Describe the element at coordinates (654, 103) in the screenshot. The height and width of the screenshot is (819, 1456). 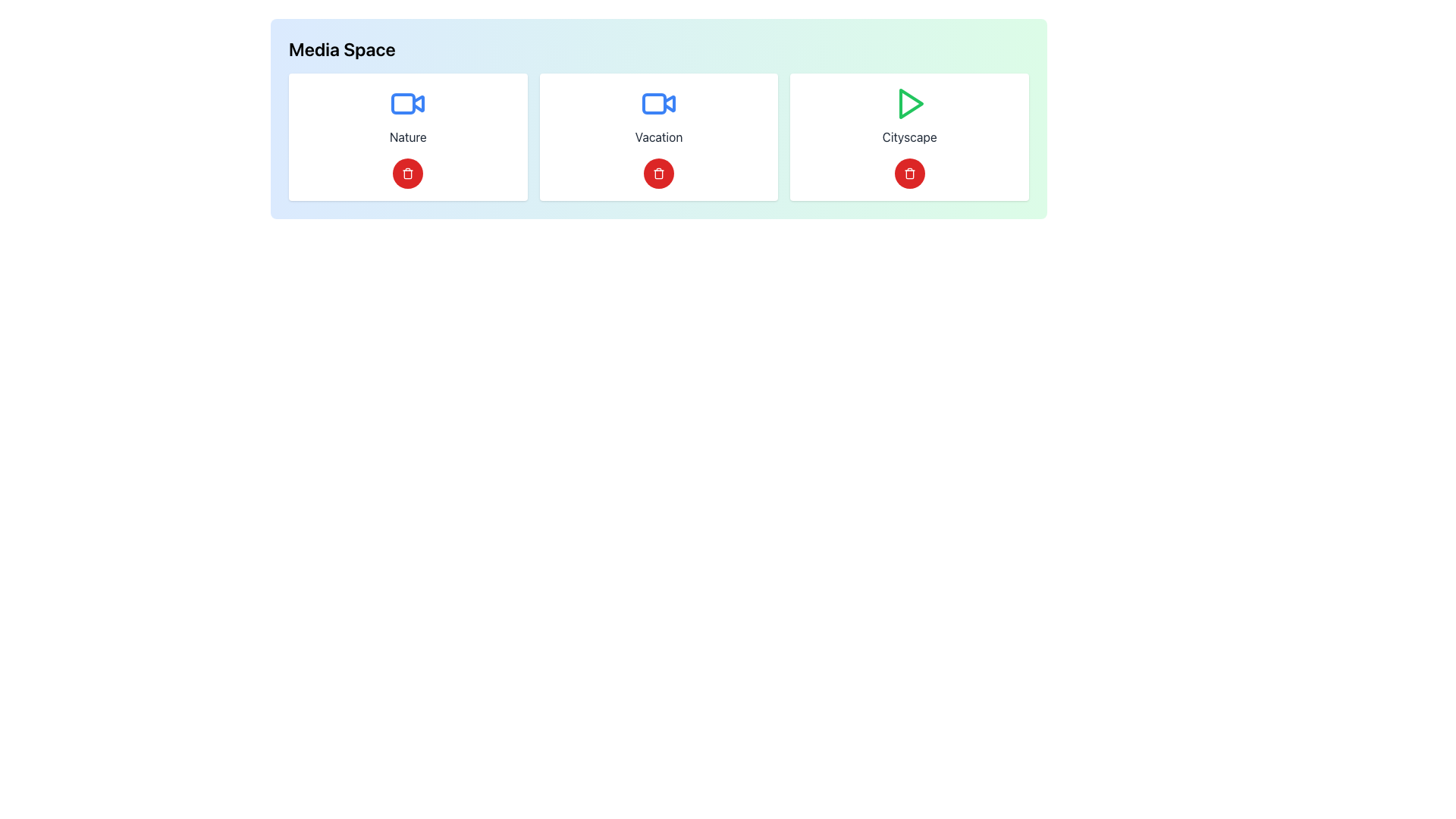
I see `the center of the video-related feature icon labeled 'Vacation' located in the middle card of a horizontal sequence of three cards` at that location.